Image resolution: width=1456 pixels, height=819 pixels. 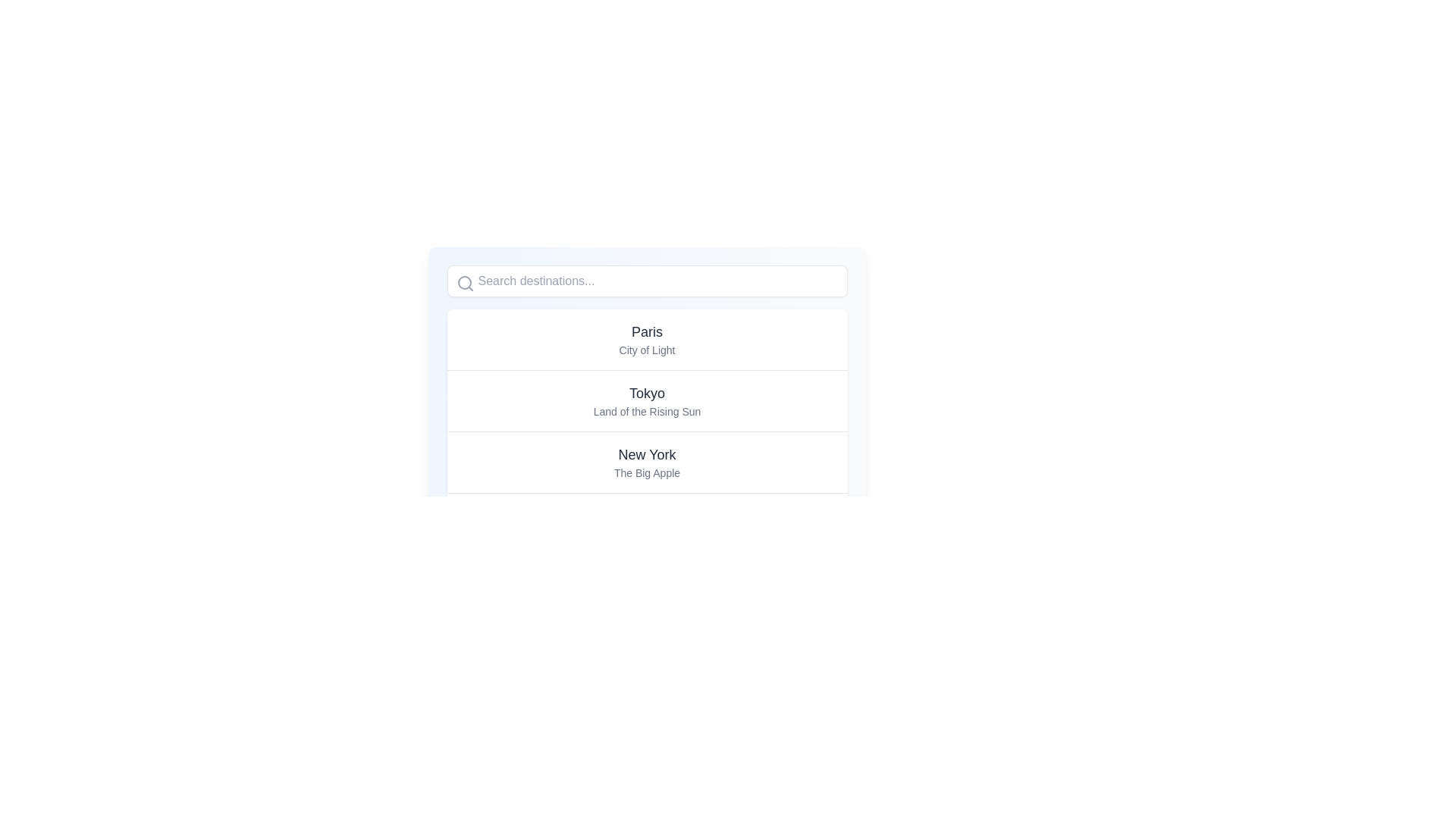 I want to click on text label displaying 'Tokyo', which is a larger, bold, dark gray font positioned centrally above the description 'Land of the Rising Sun', so click(x=647, y=393).